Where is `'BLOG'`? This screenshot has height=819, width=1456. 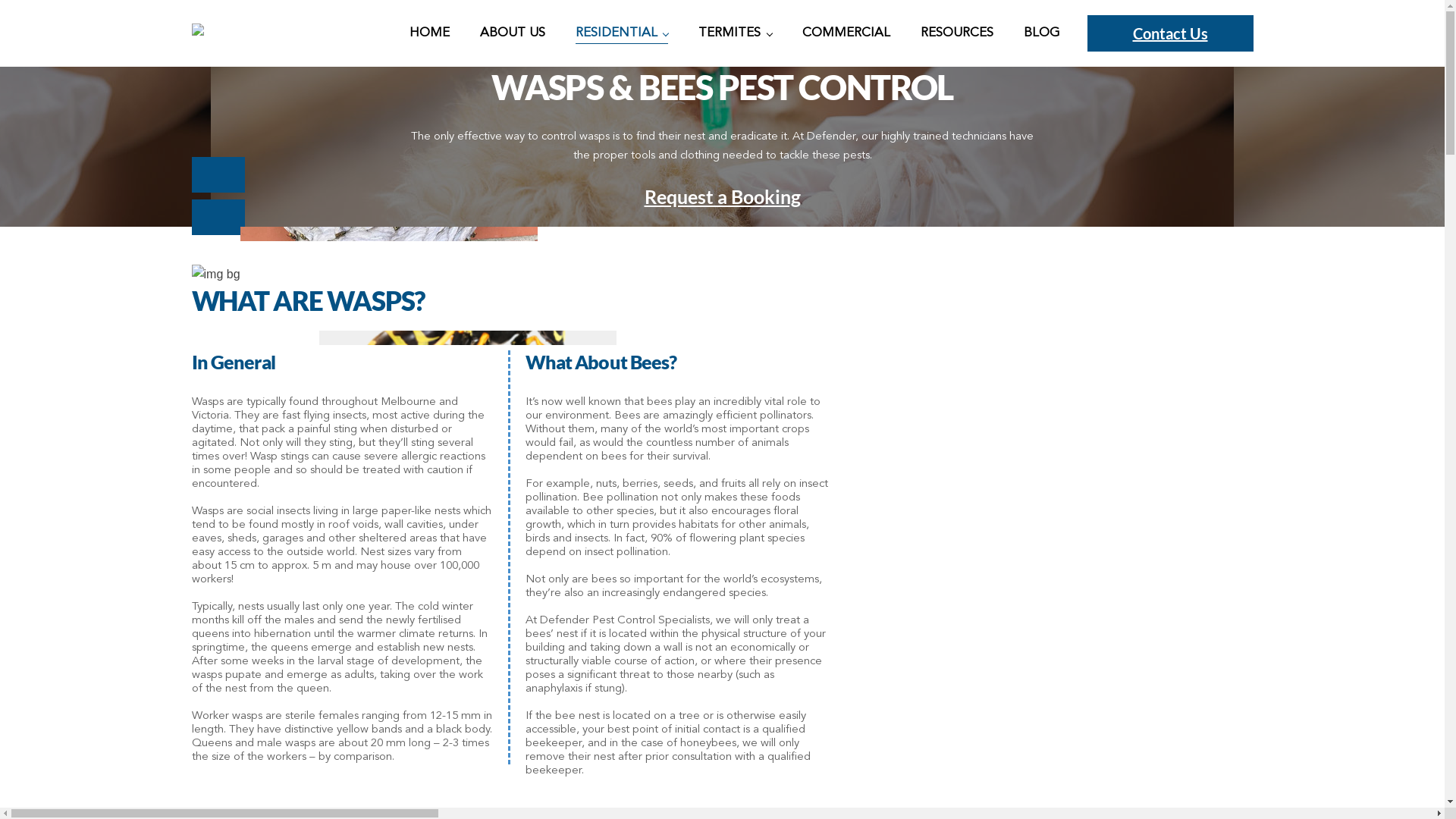
'BLOG' is located at coordinates (1023, 33).